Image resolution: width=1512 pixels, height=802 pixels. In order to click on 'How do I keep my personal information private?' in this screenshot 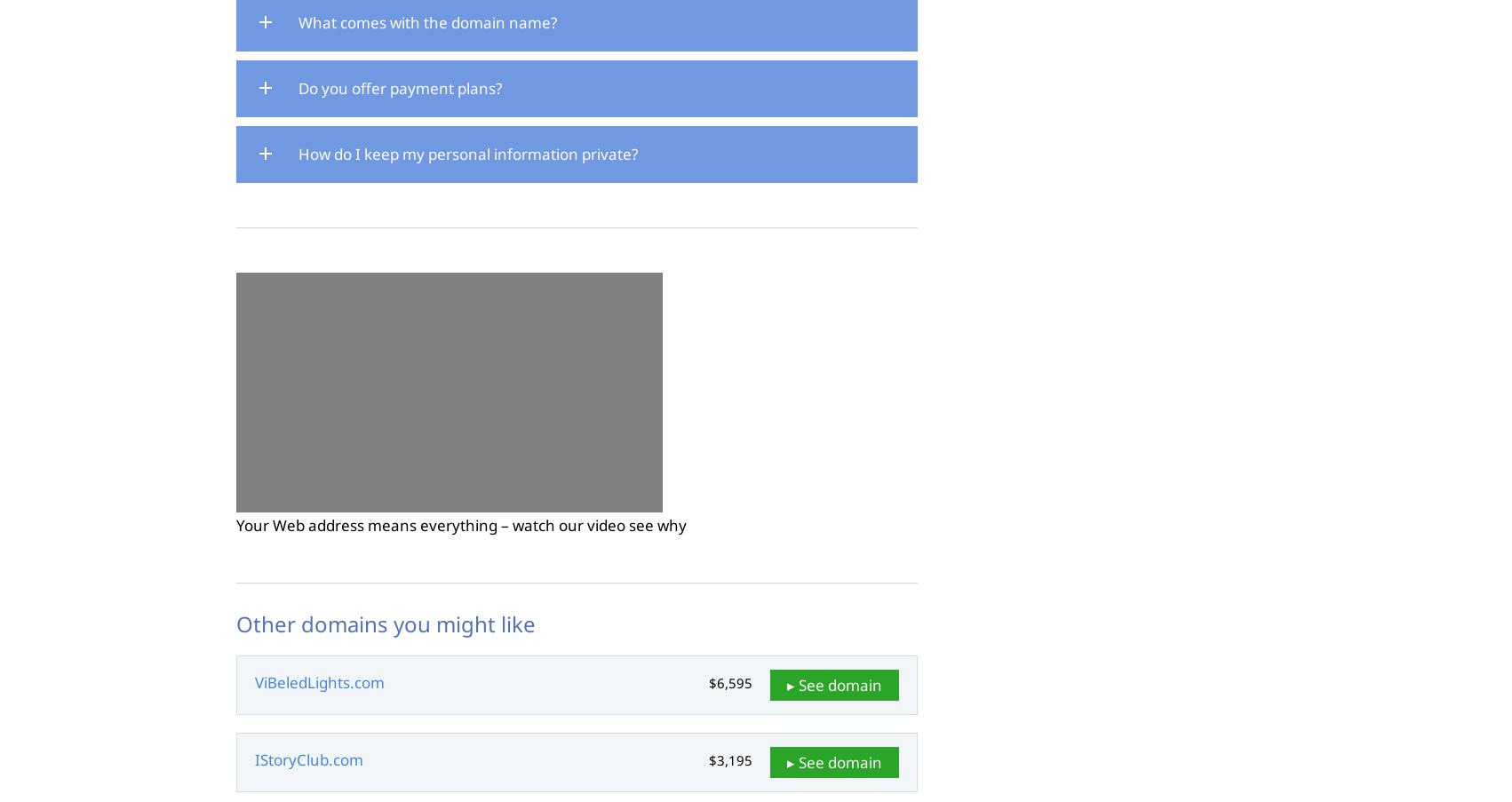, I will do `click(466, 152)`.